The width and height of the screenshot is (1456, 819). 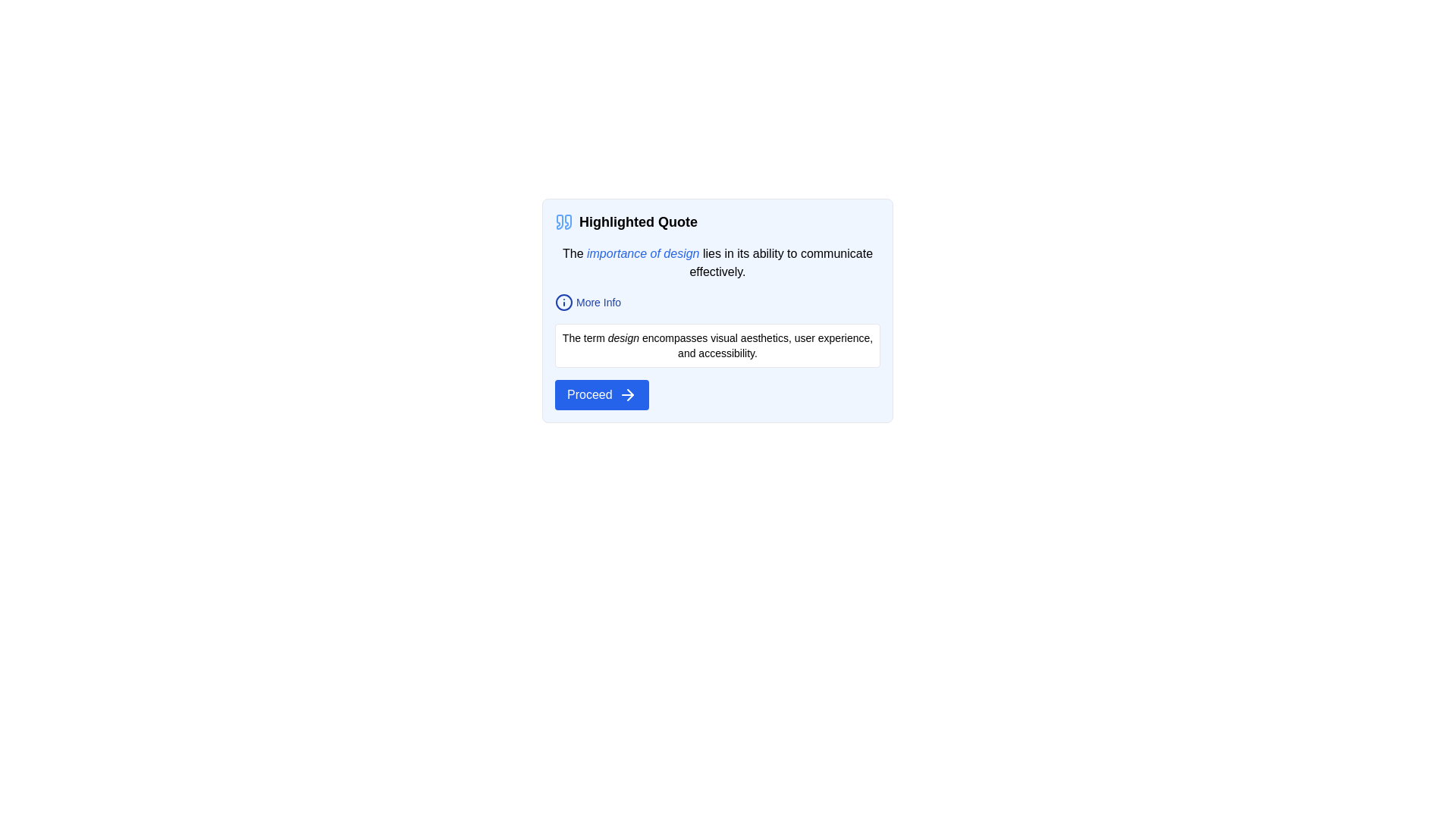 I want to click on the decorative left quotation mark SVG element located in the top-left corner of the card, next to the text 'Highlighted Quote', so click(x=559, y=222).